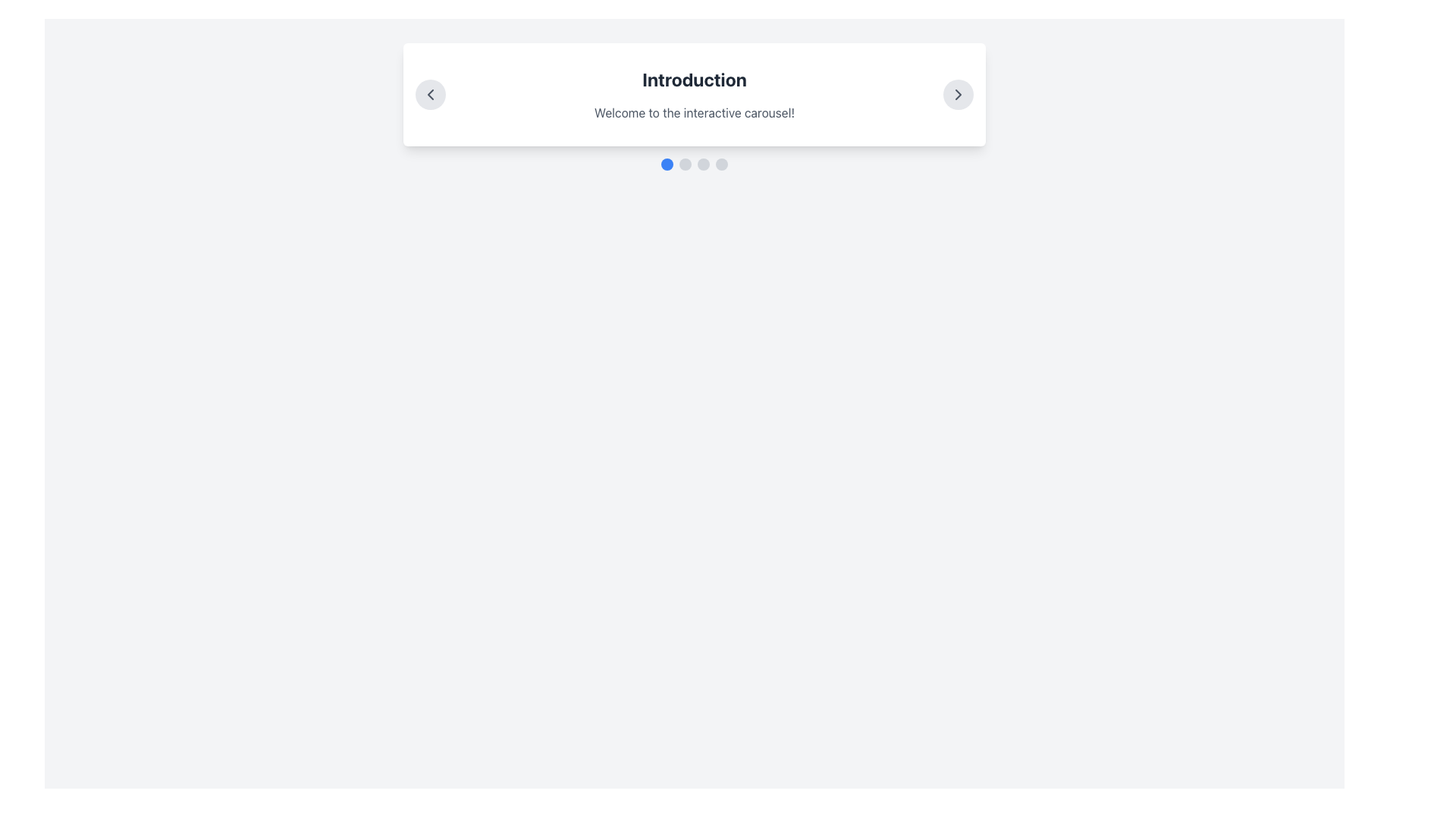 This screenshot has width=1456, height=819. Describe the element at coordinates (694, 112) in the screenshot. I see `text block that contains 'Welcome to the interactive carousel!', styled in gray and located beneath the title 'Introduction'` at that location.